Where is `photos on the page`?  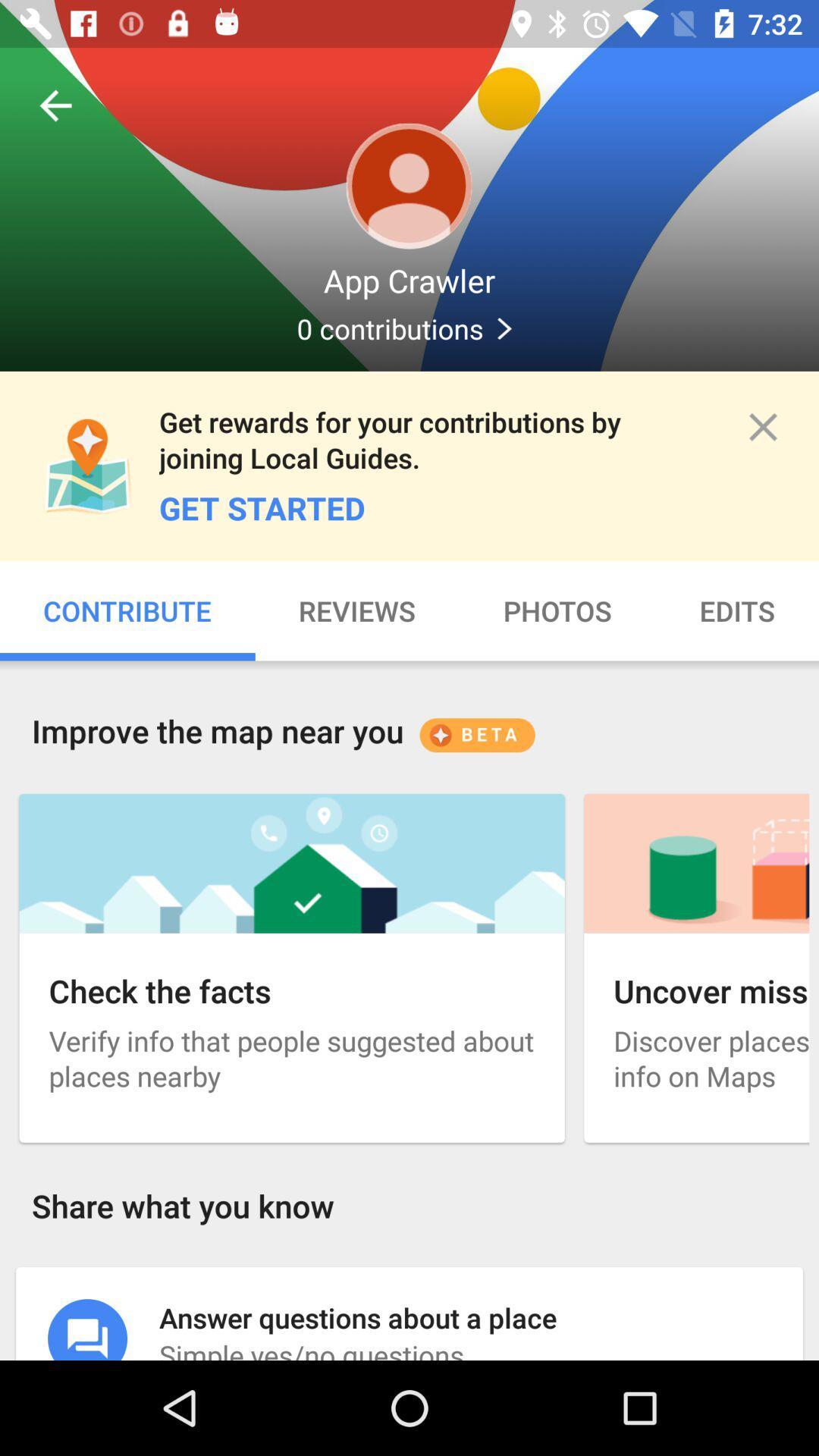 photos on the page is located at coordinates (557, 611).